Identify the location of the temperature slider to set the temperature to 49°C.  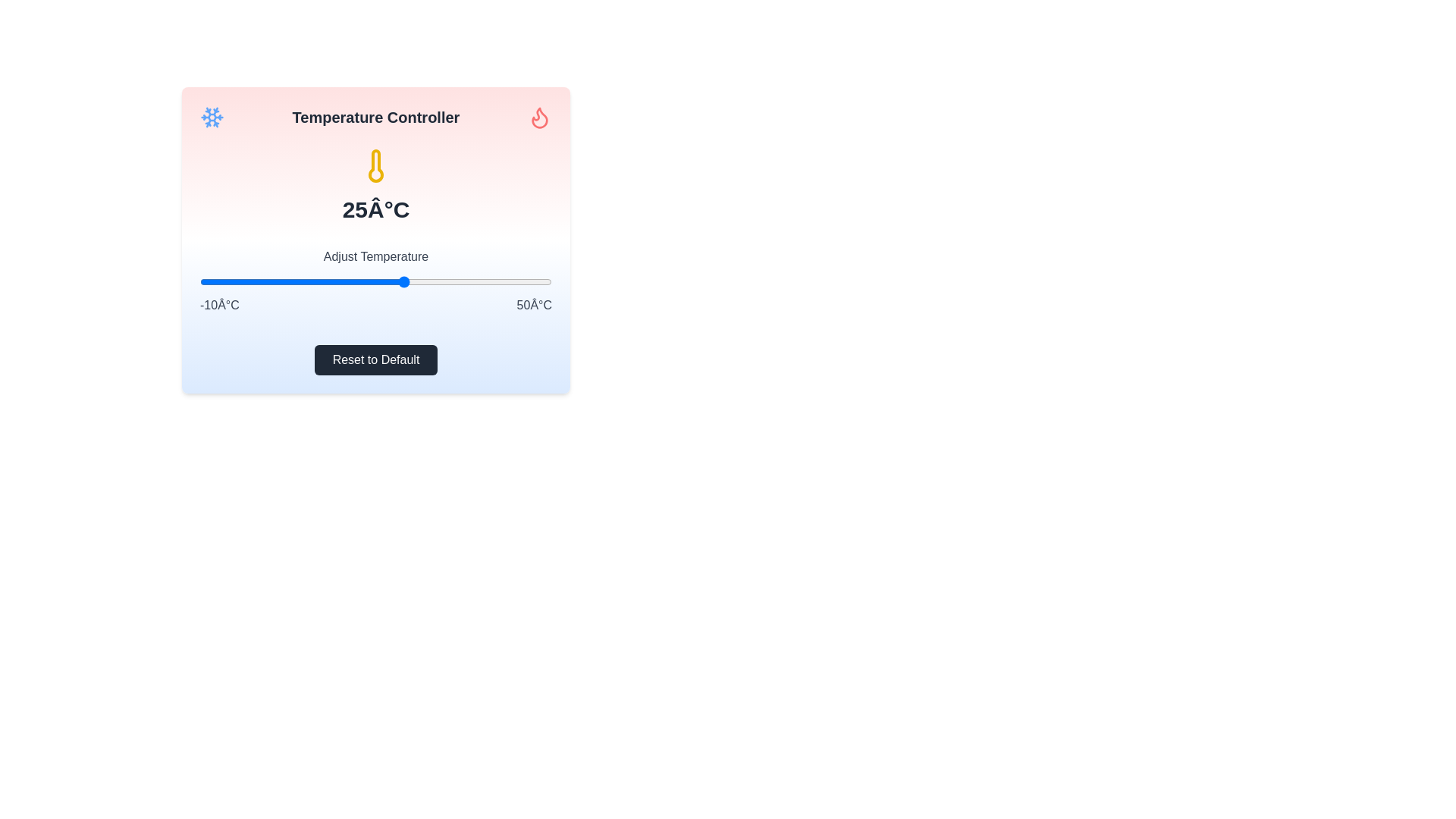
(546, 281).